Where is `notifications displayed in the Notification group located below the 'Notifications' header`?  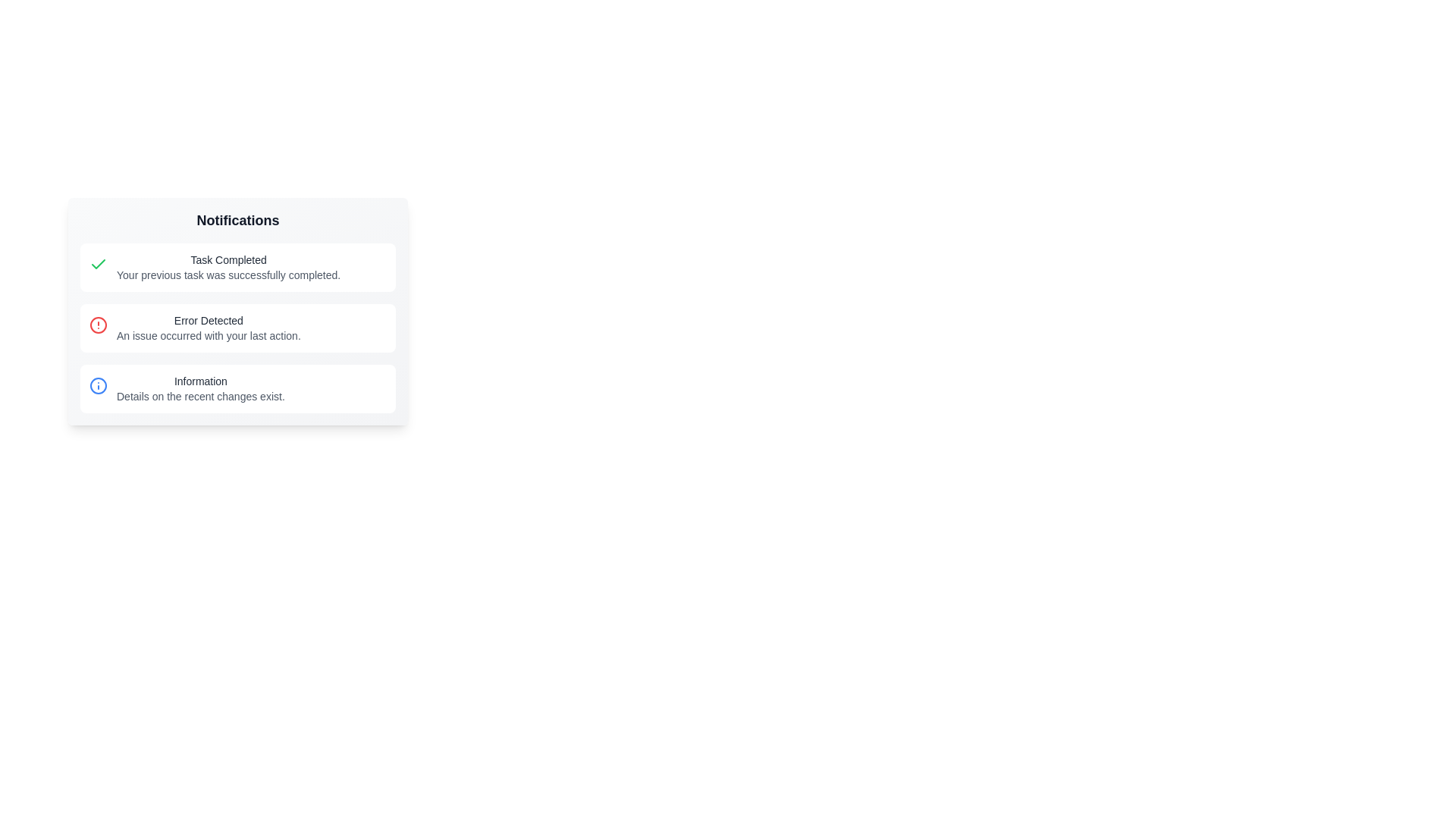
notifications displayed in the Notification group located below the 'Notifications' header is located at coordinates (237, 327).